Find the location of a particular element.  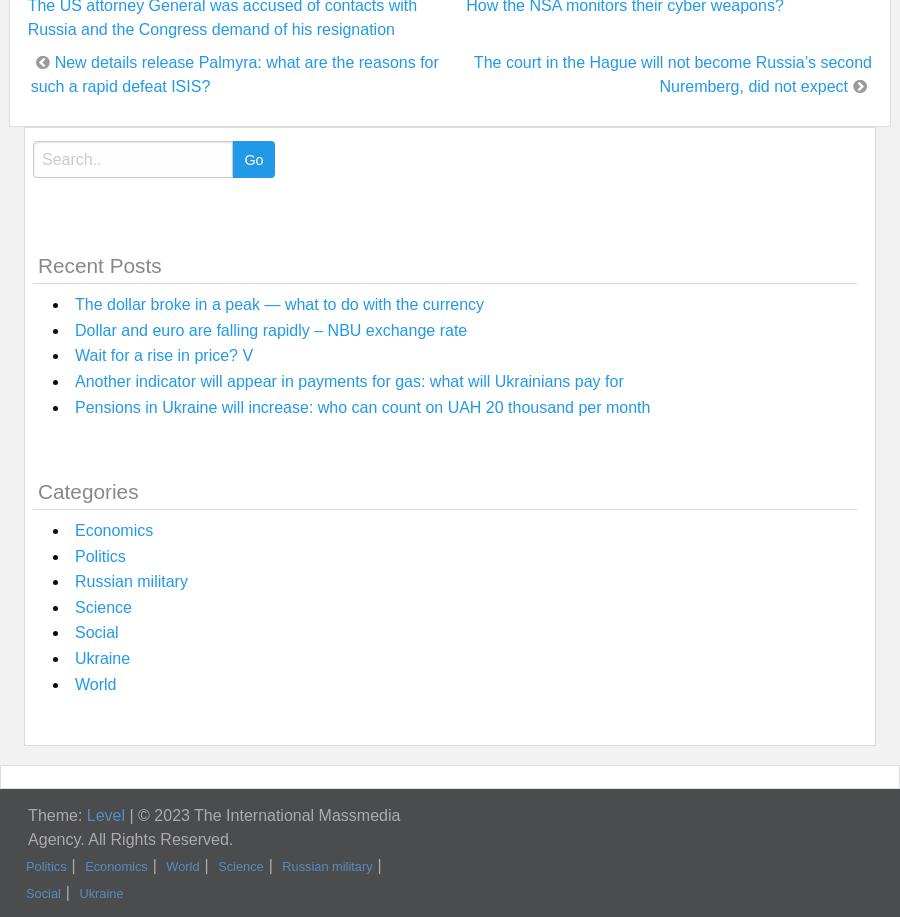

'Level' is located at coordinates (104, 815).